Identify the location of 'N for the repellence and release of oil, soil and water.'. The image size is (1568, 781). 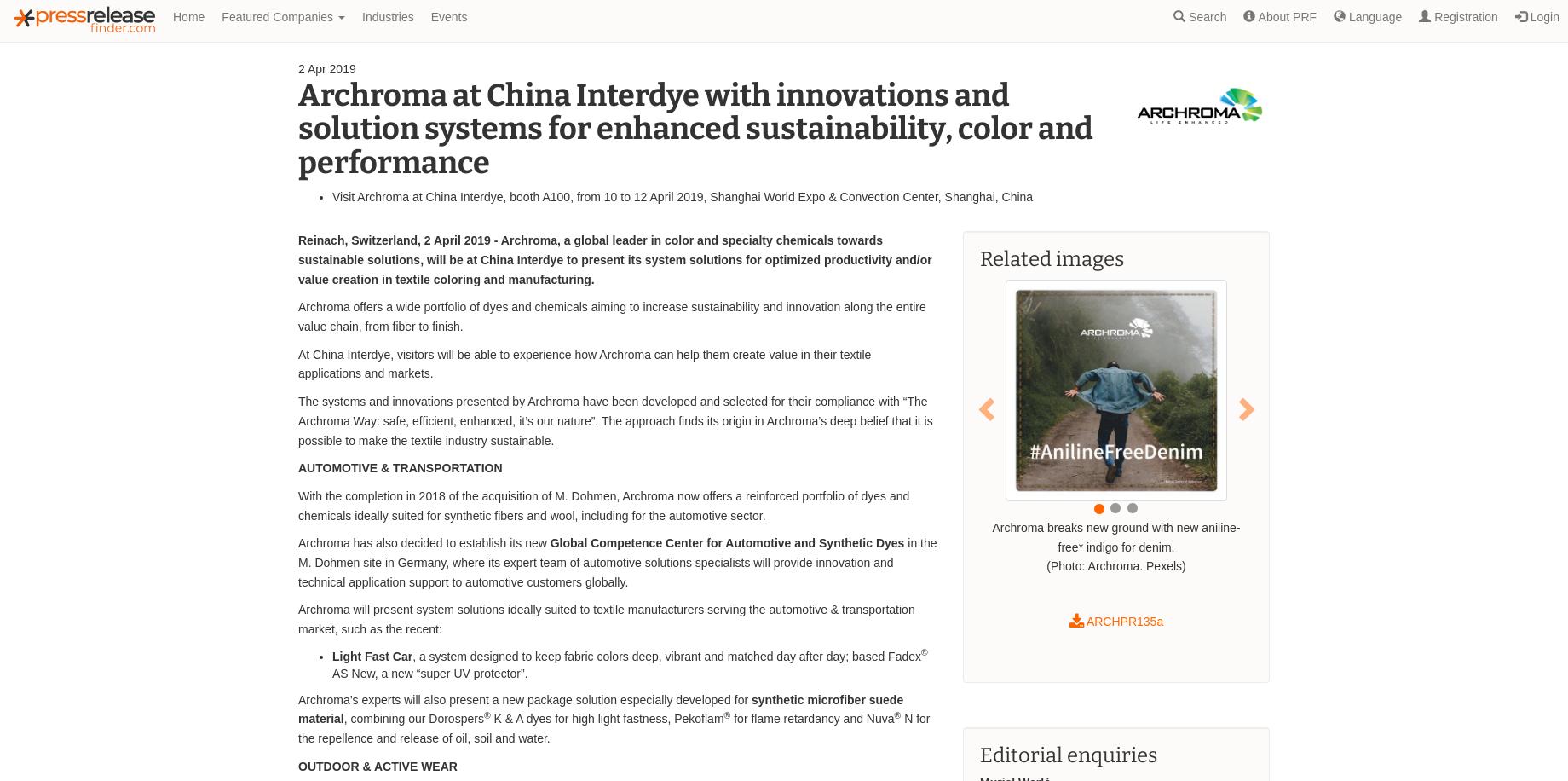
(614, 727).